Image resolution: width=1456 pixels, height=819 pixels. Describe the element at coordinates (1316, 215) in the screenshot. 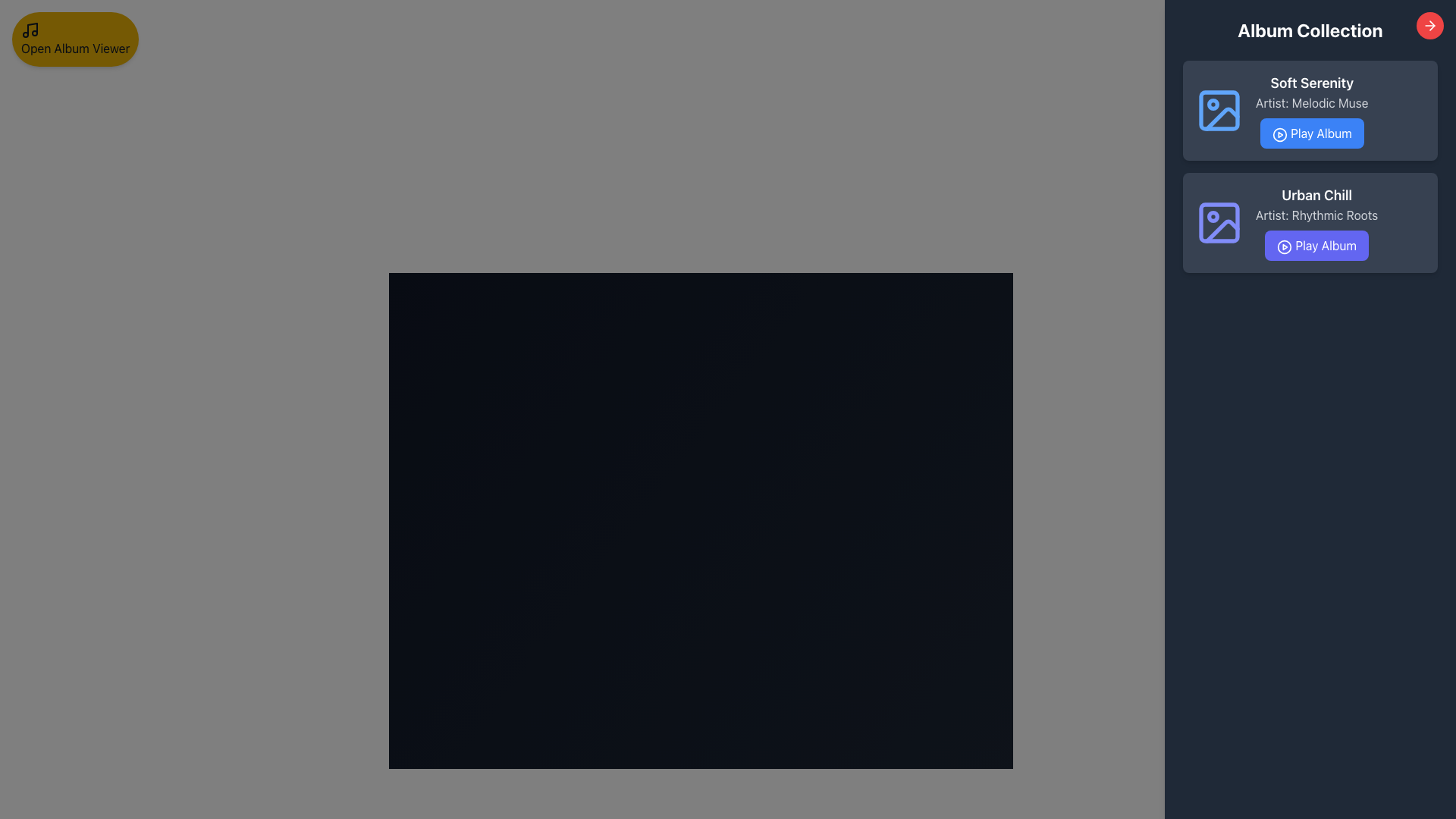

I see `the text label displaying 'Artist: Rhythmic Roots' located in the second album card titled 'Urban Chill' on the right pane of the UI, positioned below the 'Urban Chill' title and above the 'Play Album' button` at that location.